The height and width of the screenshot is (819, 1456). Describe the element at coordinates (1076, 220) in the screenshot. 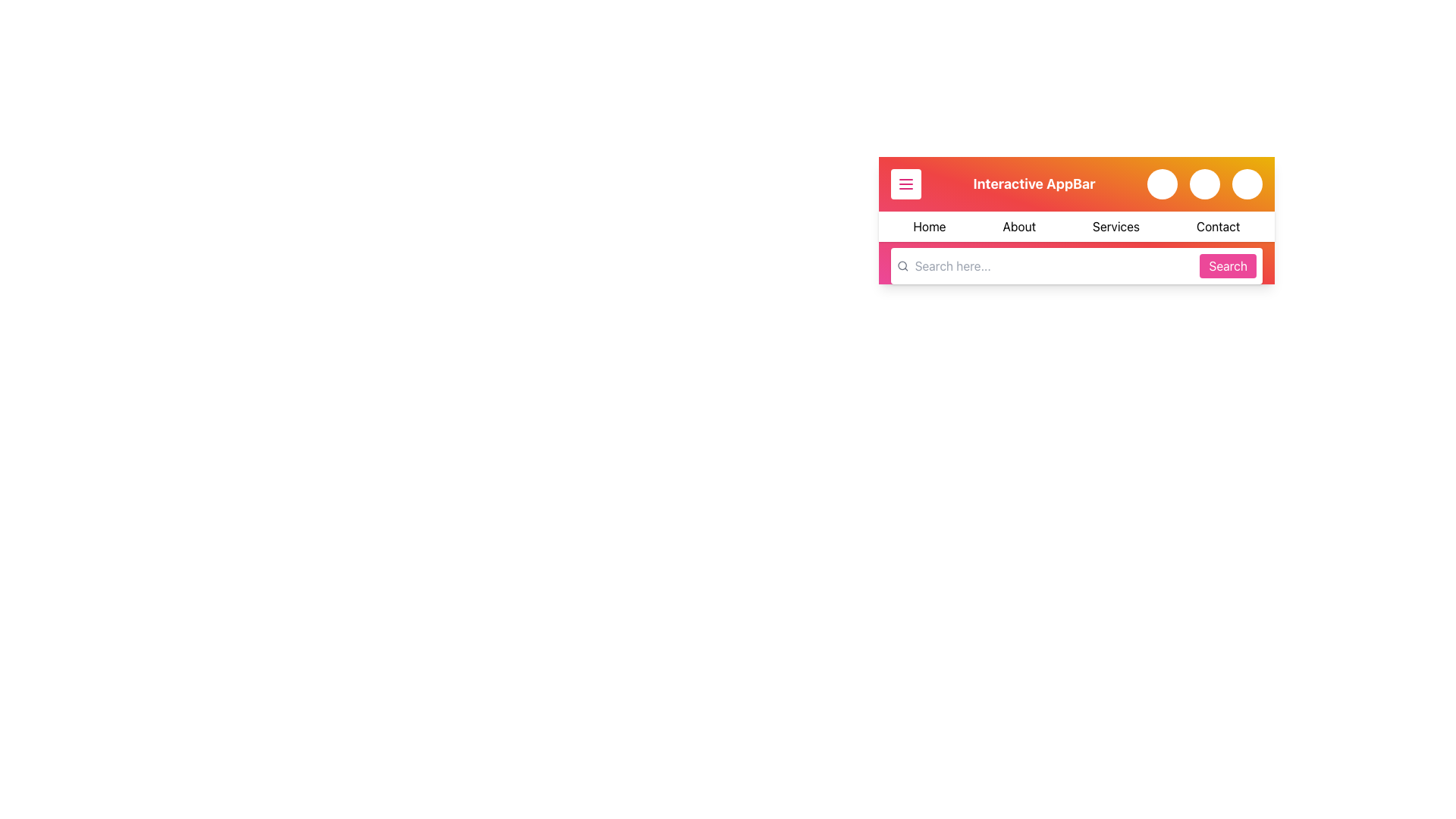

I see `the Navigation Bar labeled 'Interactive AppBar'` at that location.